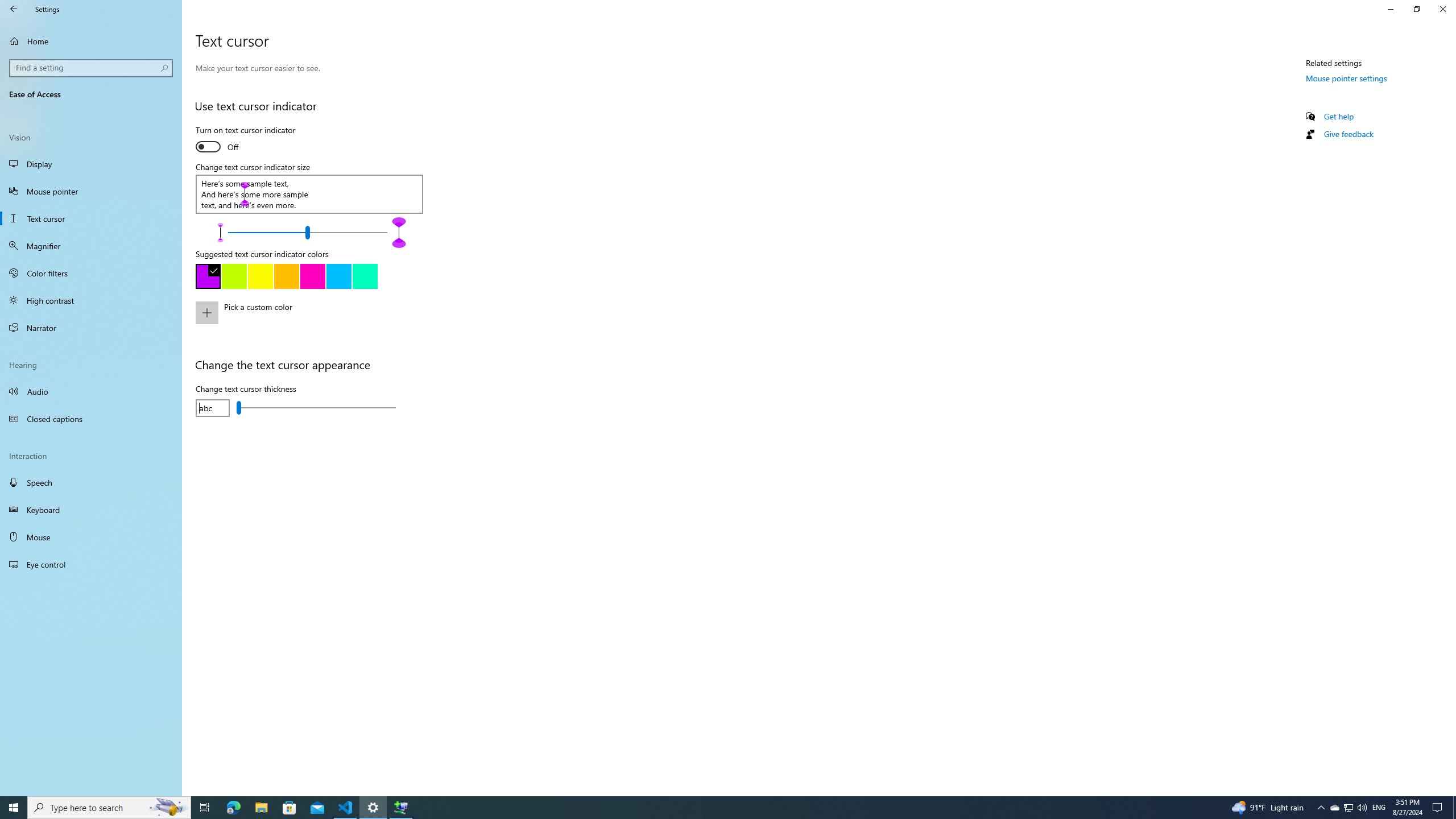  What do you see at coordinates (90, 510) in the screenshot?
I see `'Keyboard'` at bounding box center [90, 510].